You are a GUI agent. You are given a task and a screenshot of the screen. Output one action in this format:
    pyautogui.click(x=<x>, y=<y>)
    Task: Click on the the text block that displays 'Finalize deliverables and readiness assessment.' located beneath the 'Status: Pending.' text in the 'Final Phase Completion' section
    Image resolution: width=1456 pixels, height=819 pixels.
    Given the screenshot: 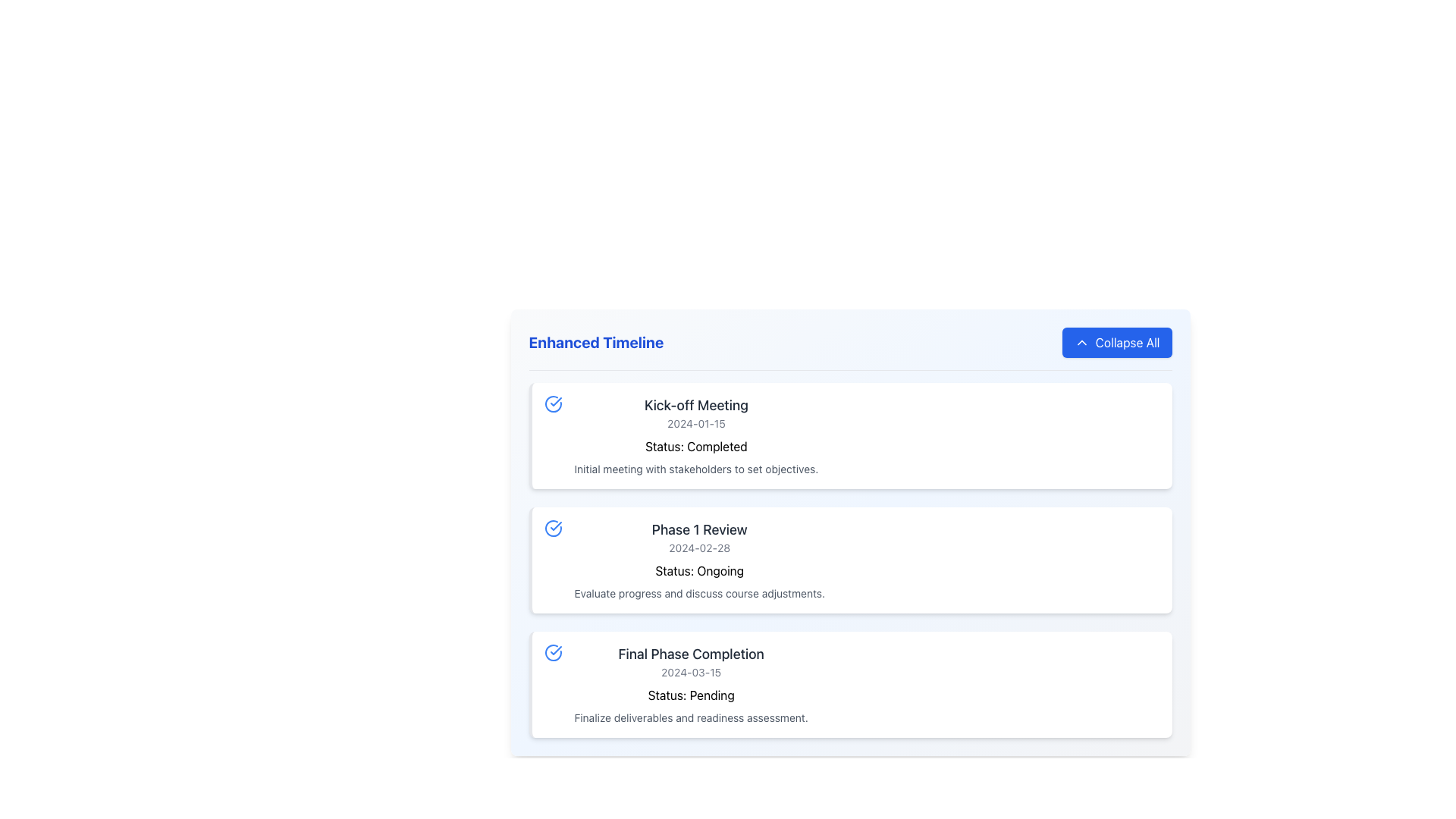 What is the action you would take?
    pyautogui.click(x=690, y=717)
    